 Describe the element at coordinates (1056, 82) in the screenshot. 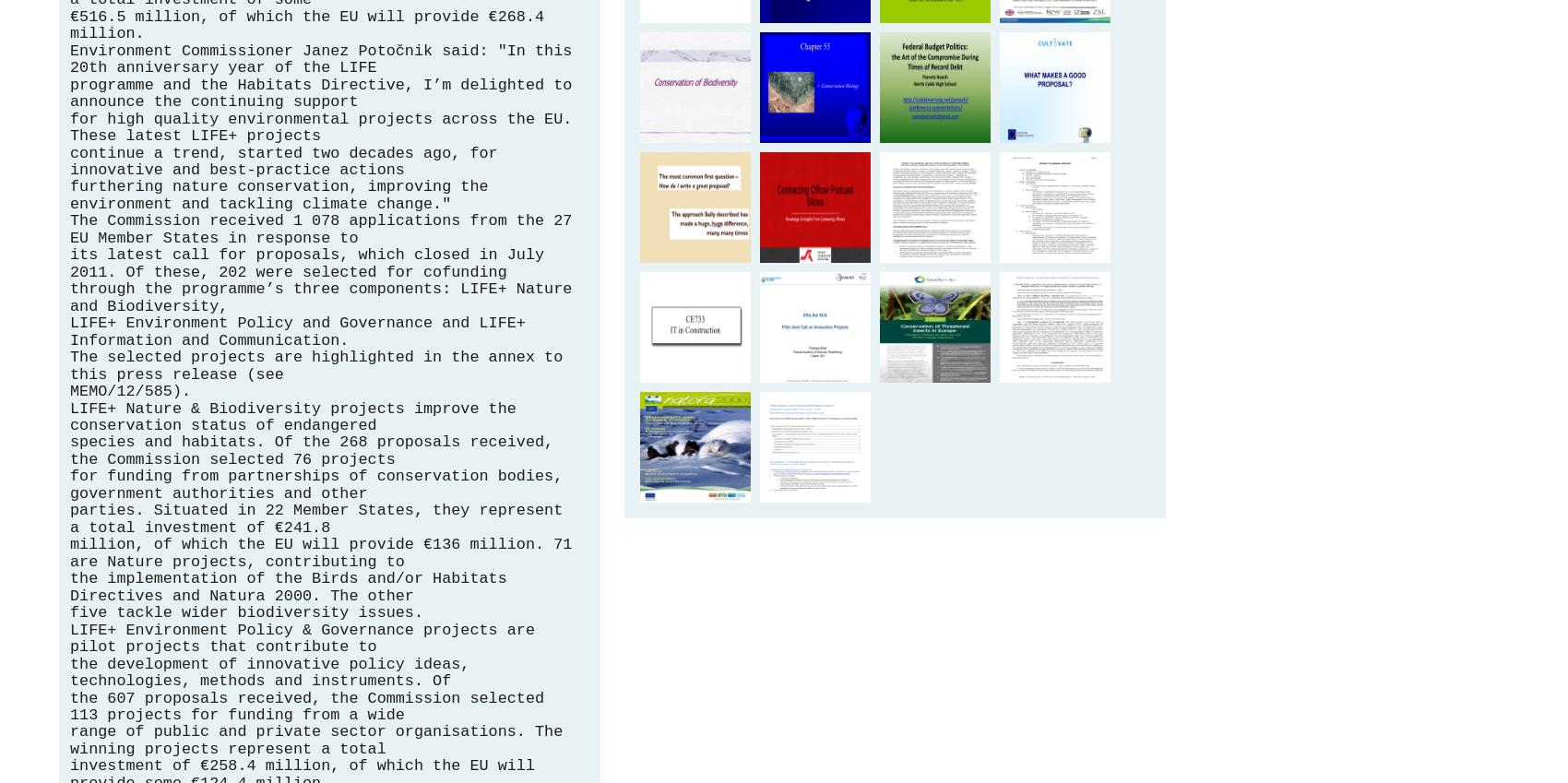

I see `'what makes a good proposal?'` at that location.